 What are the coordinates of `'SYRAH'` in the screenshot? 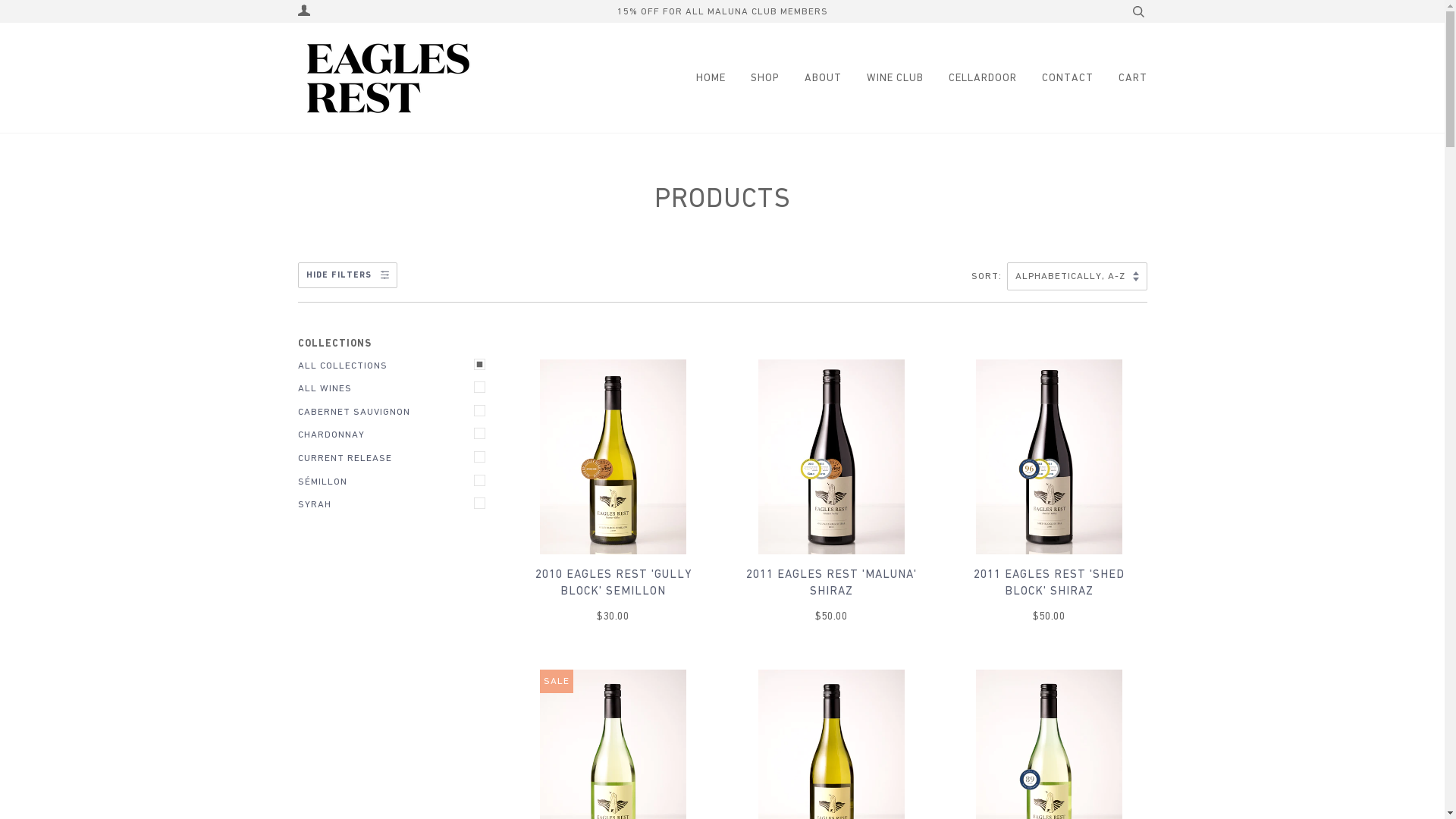 It's located at (395, 504).